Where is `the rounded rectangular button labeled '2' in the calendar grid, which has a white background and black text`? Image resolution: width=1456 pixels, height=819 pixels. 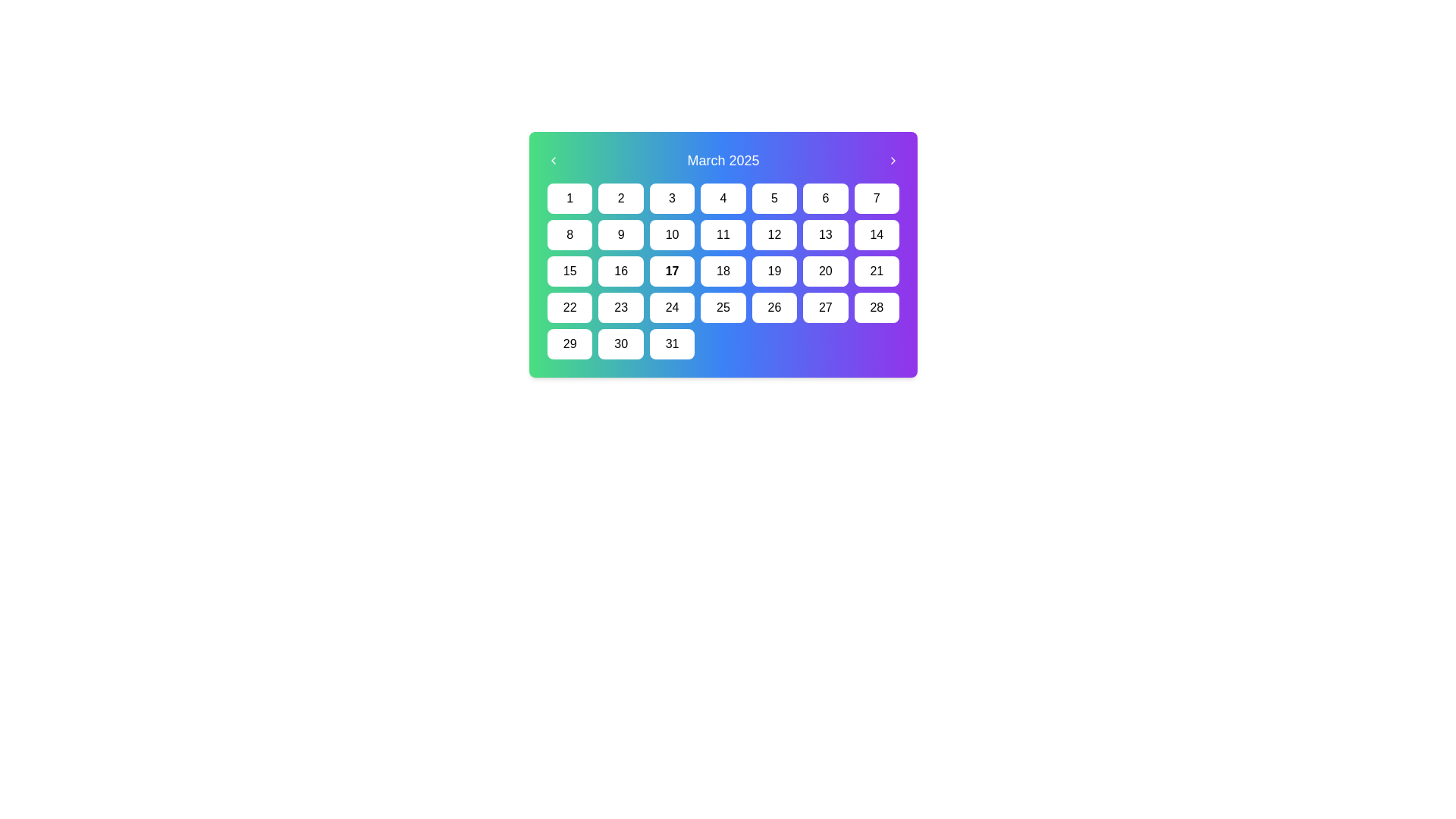 the rounded rectangular button labeled '2' in the calendar grid, which has a white background and black text is located at coordinates (621, 198).